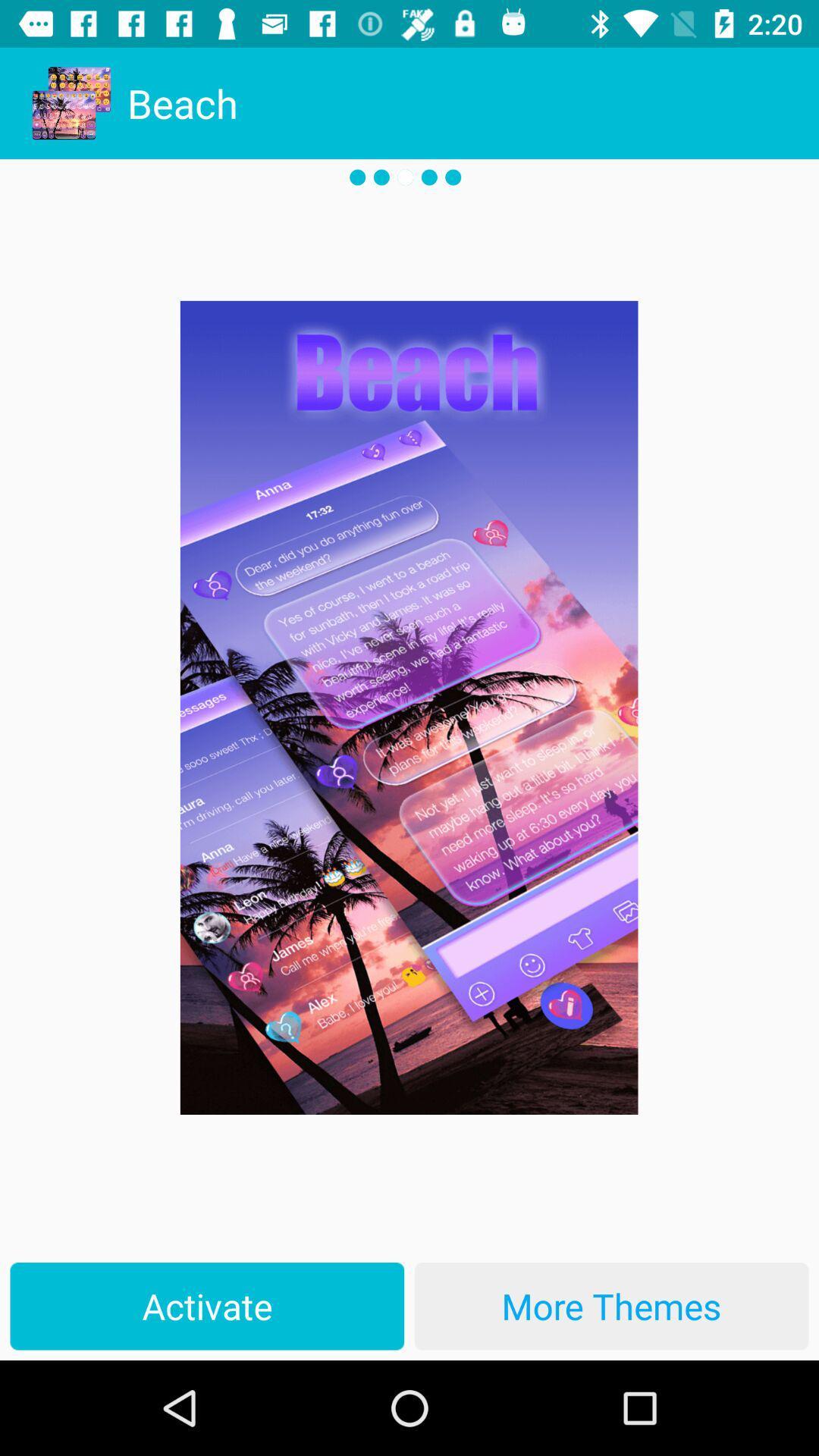 Image resolution: width=819 pixels, height=1456 pixels. Describe the element at coordinates (610, 1305) in the screenshot. I see `more themes item` at that location.